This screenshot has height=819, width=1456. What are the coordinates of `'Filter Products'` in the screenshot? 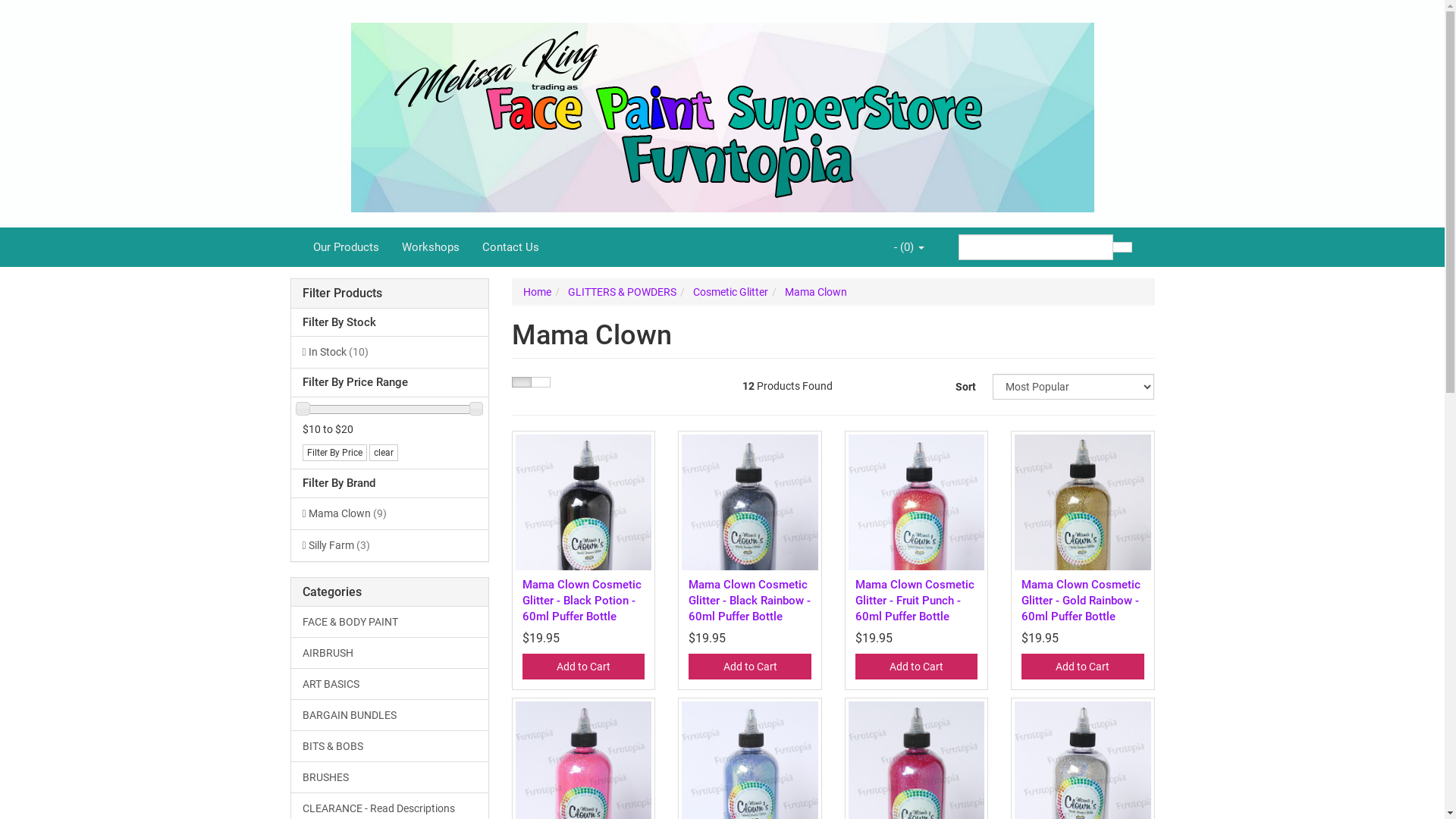 It's located at (389, 293).